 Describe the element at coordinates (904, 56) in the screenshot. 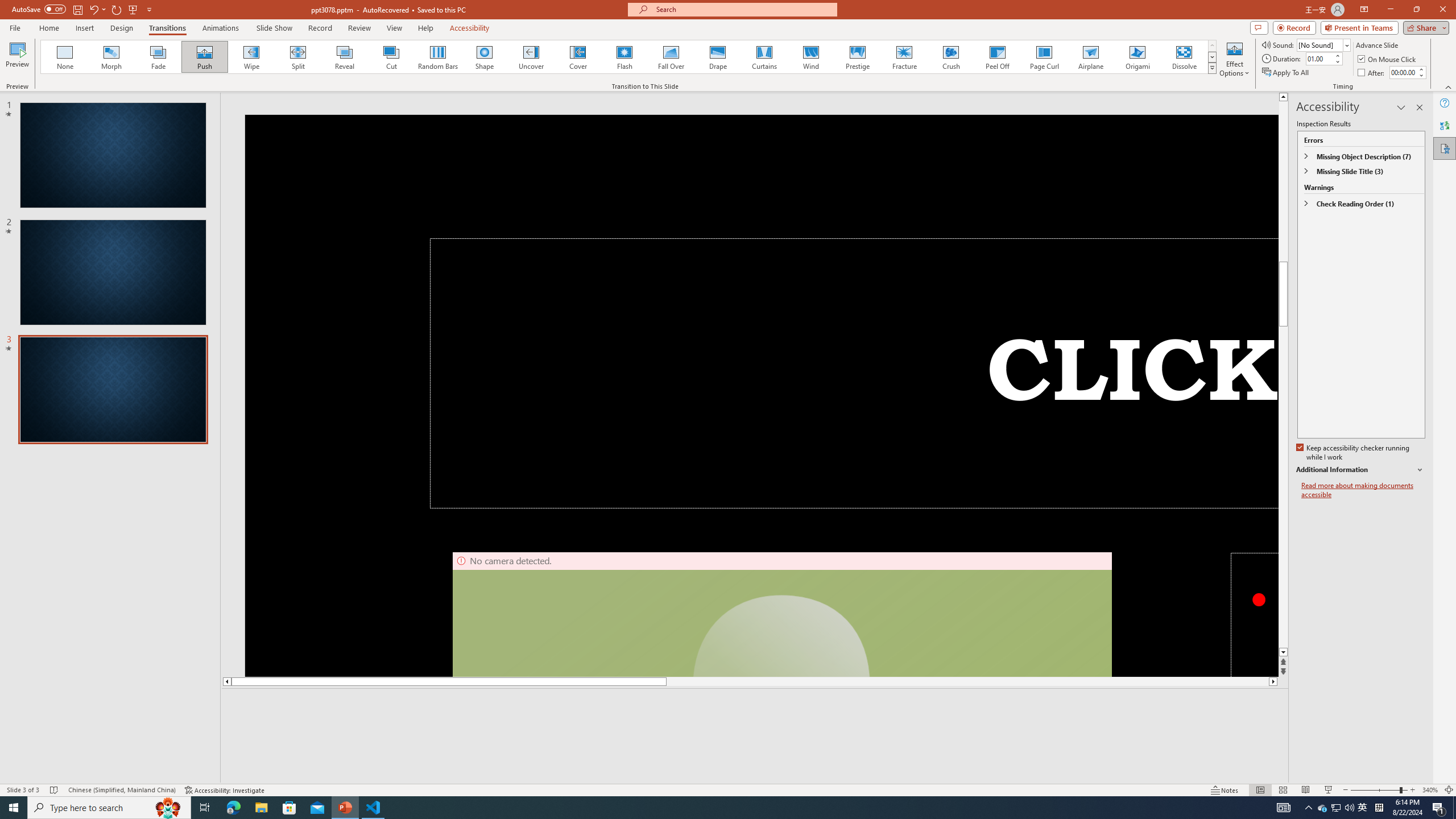

I see `'Fracture'` at that location.